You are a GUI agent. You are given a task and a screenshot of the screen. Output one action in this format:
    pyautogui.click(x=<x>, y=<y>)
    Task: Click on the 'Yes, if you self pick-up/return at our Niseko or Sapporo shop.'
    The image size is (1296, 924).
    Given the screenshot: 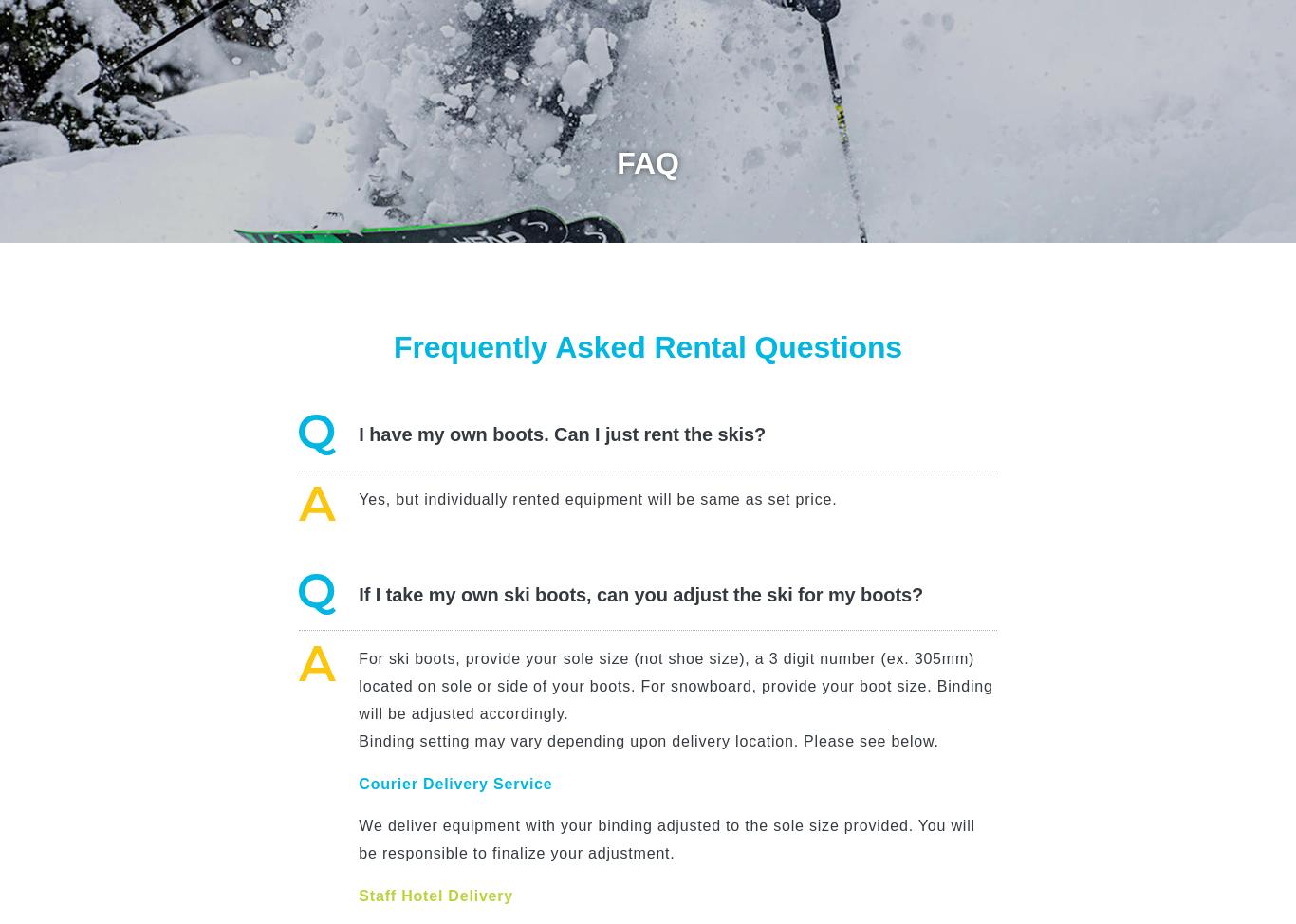 What is the action you would take?
    pyautogui.click(x=584, y=909)
    